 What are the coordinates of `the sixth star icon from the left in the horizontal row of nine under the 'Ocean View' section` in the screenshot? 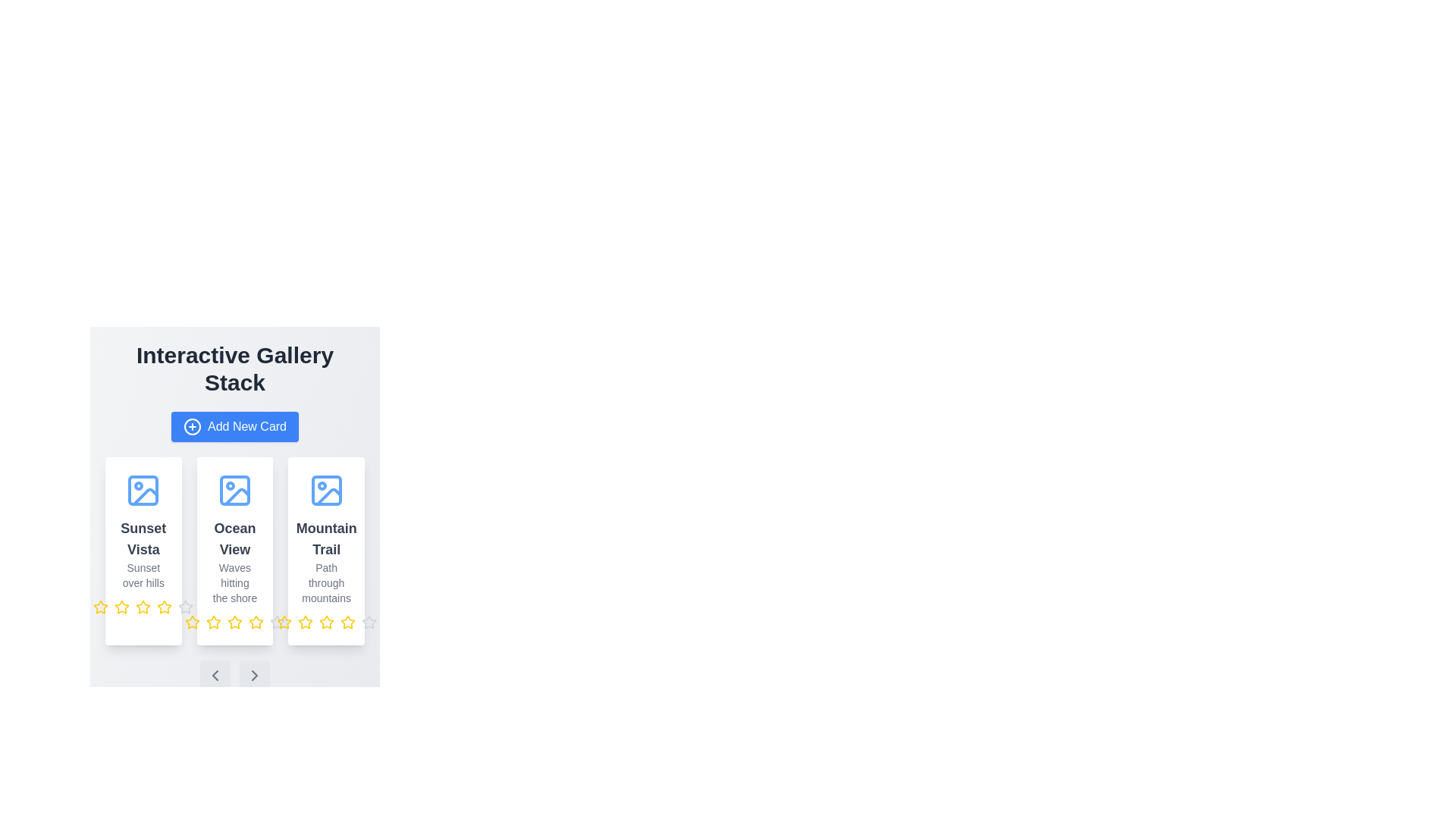 It's located at (256, 623).